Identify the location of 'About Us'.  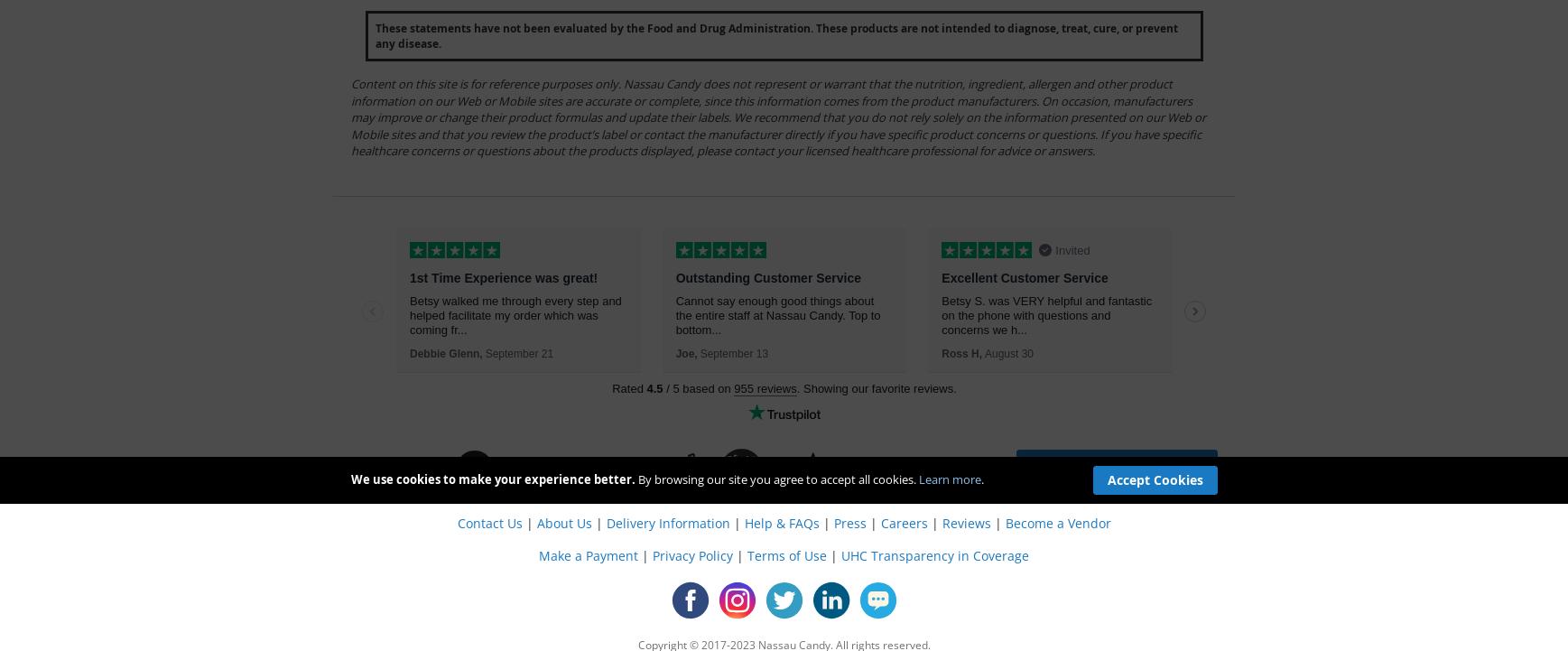
(562, 521).